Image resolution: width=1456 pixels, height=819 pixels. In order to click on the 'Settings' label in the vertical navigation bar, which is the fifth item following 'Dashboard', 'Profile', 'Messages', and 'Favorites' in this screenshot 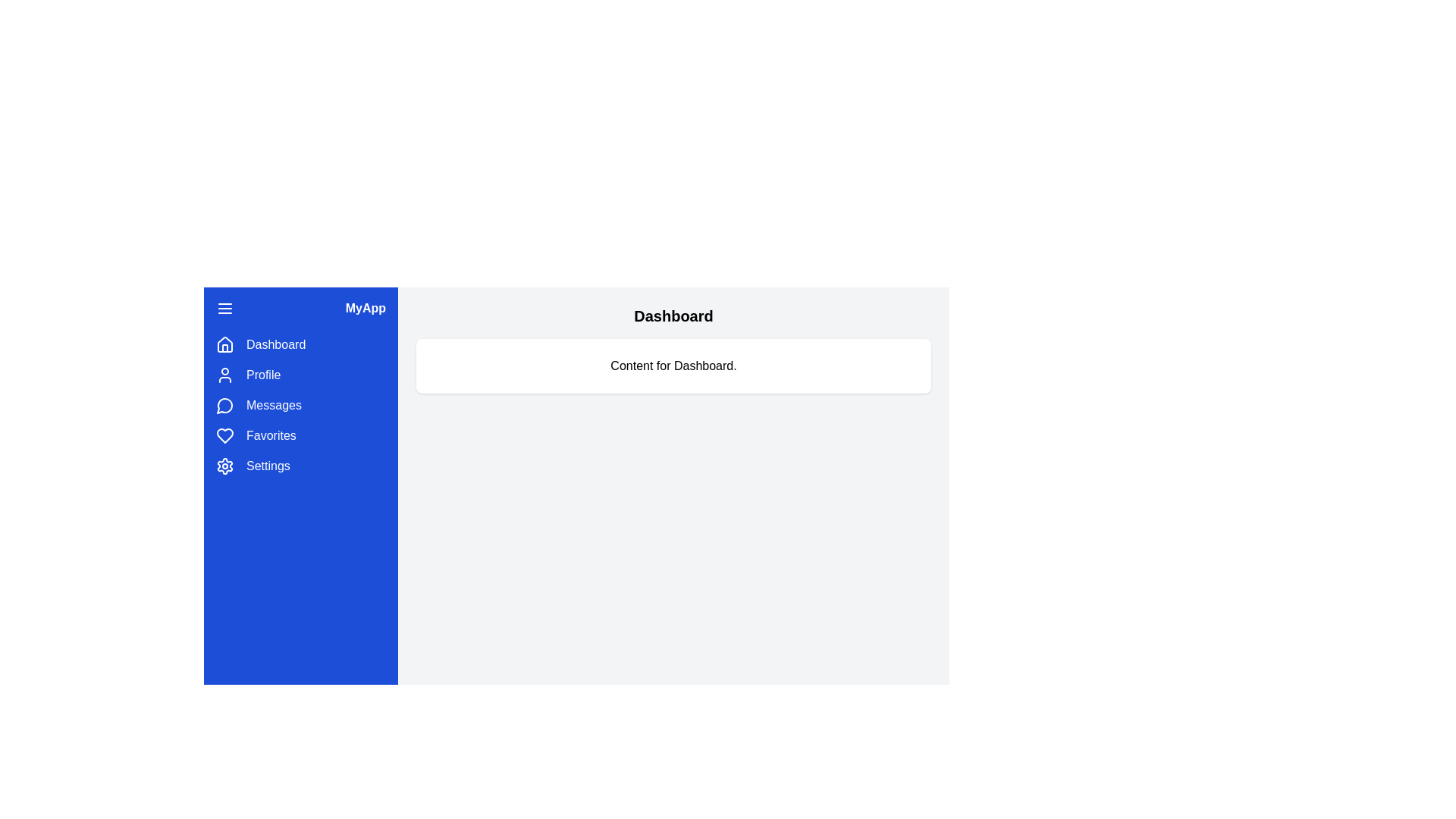, I will do `click(268, 465)`.